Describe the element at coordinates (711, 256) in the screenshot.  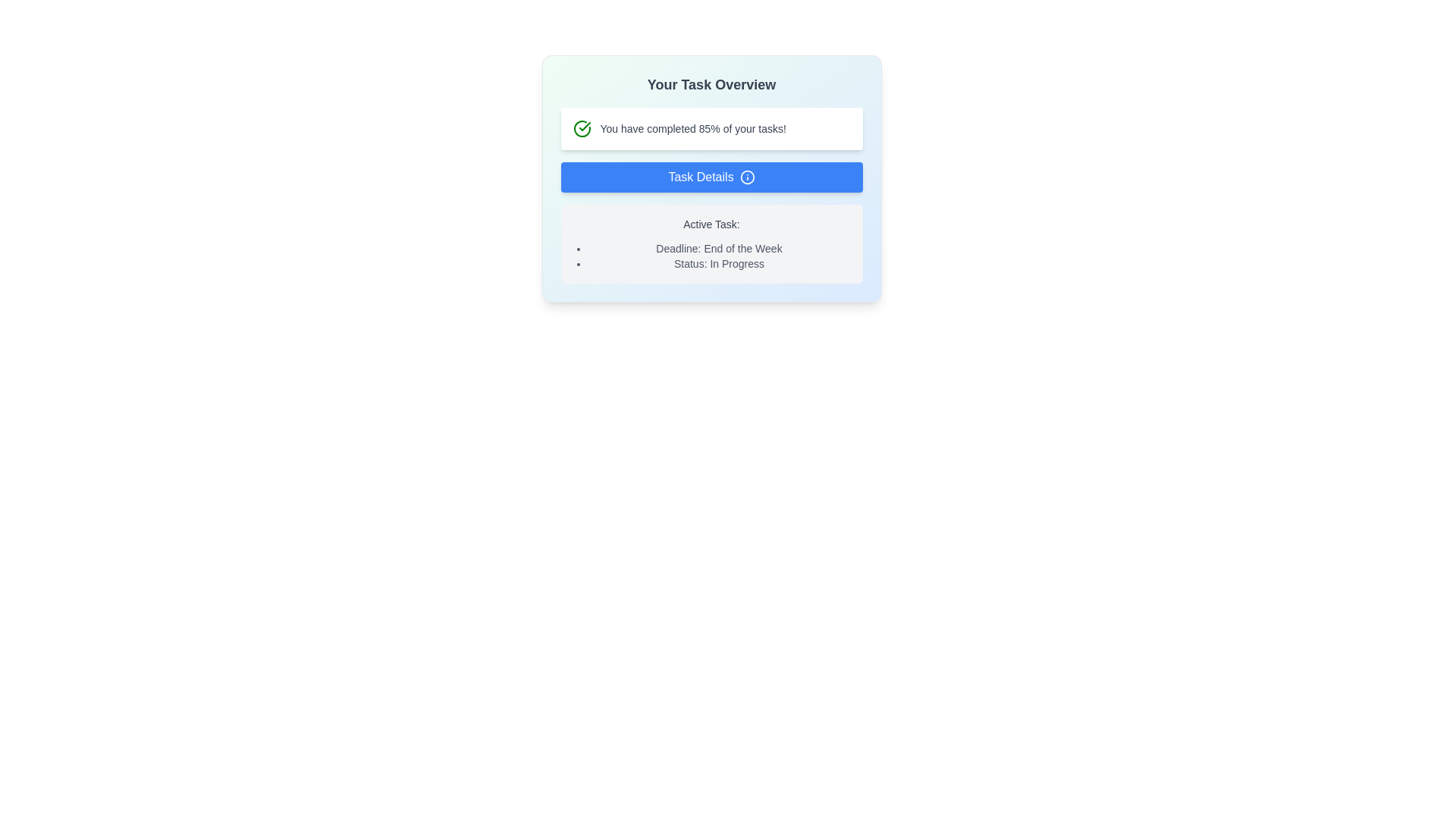
I see `the content of the Text Display that shows the deadline and status of the task, located below 'Active Task:'` at that location.